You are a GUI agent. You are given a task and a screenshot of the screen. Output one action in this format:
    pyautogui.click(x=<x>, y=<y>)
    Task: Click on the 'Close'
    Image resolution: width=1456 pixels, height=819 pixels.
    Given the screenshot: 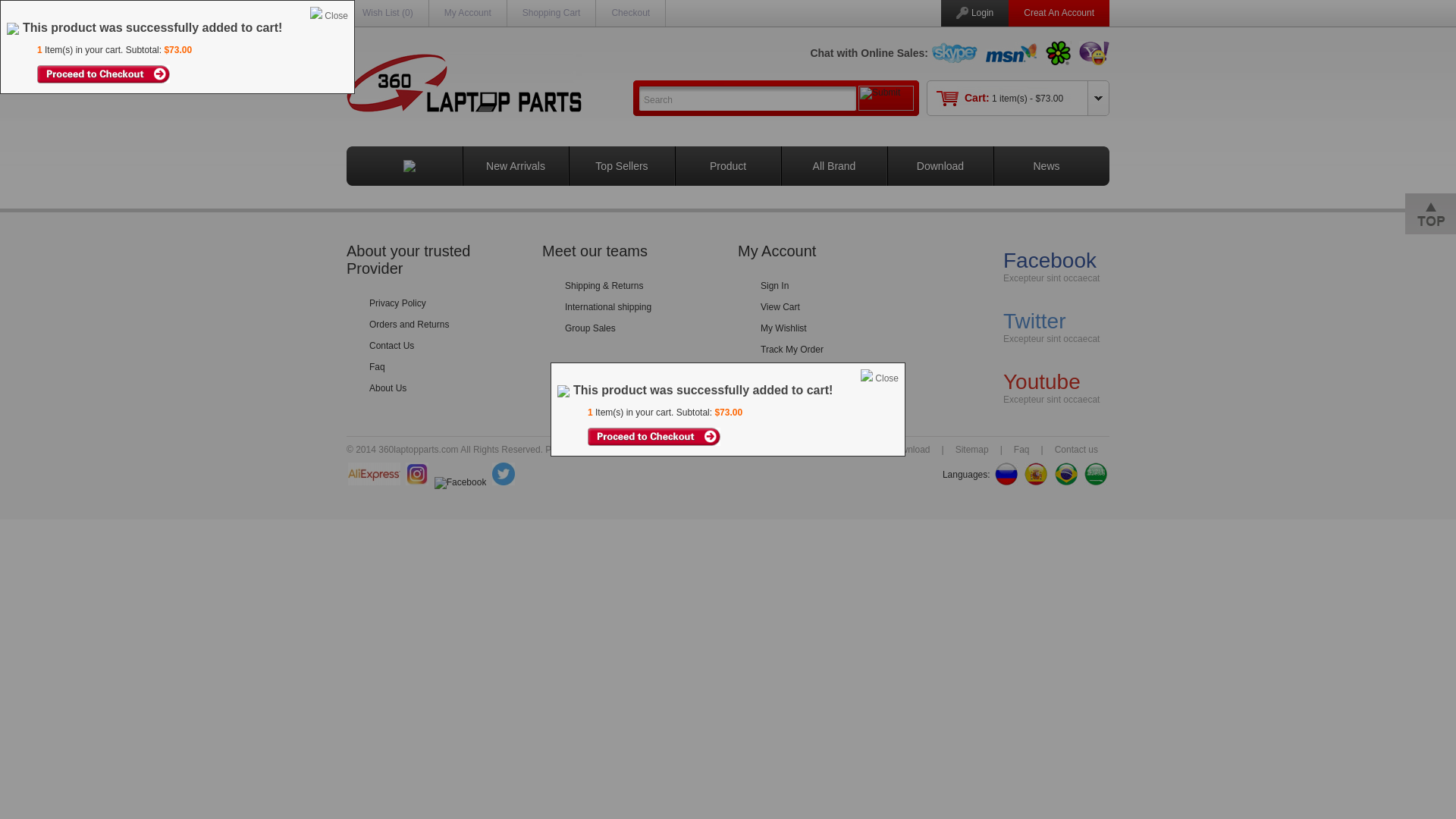 What is the action you would take?
    pyautogui.click(x=886, y=377)
    